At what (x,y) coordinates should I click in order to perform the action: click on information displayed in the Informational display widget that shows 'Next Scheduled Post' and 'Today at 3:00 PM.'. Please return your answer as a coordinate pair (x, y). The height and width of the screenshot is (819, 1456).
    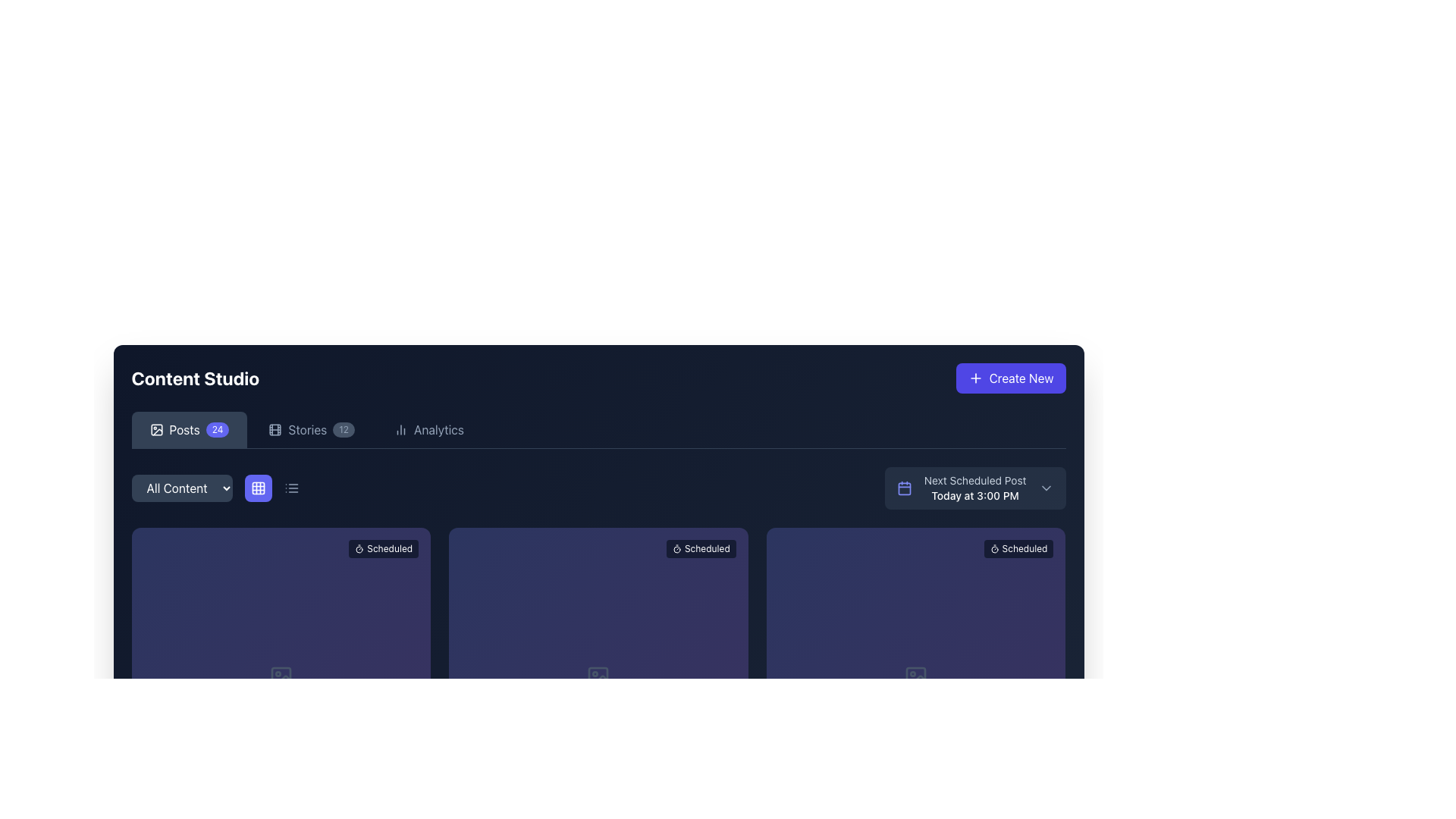
    Looking at the image, I should click on (975, 488).